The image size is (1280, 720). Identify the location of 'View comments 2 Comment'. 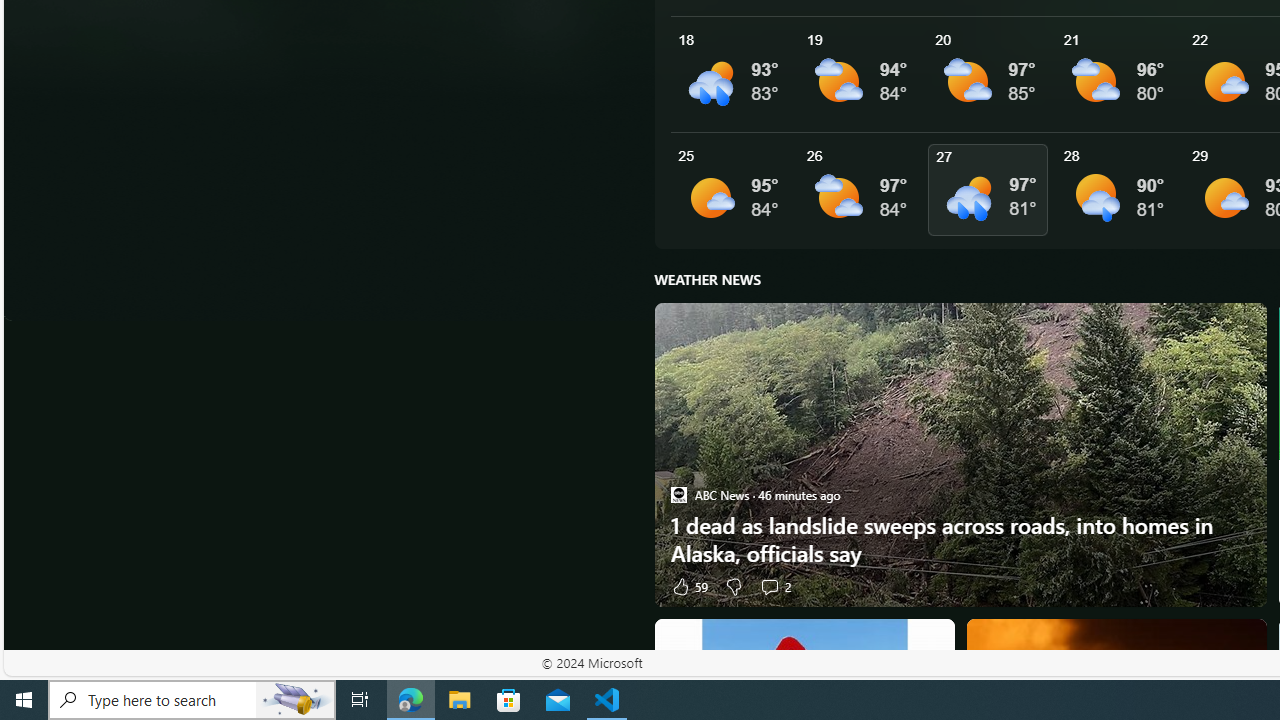
(768, 585).